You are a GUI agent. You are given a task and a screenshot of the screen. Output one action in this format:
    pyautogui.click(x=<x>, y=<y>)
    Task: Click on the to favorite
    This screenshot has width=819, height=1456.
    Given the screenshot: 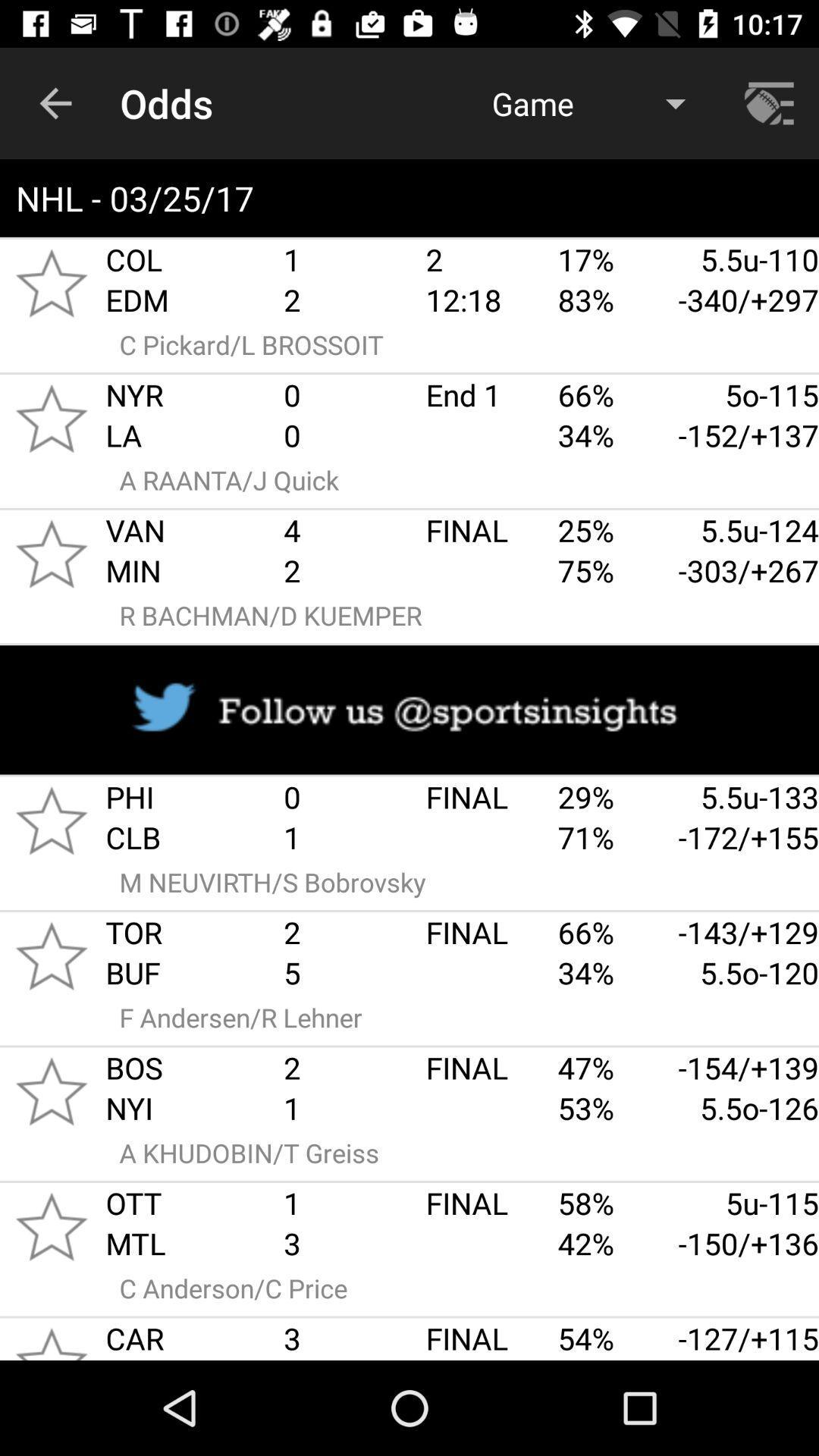 What is the action you would take?
    pyautogui.click(x=51, y=1090)
    